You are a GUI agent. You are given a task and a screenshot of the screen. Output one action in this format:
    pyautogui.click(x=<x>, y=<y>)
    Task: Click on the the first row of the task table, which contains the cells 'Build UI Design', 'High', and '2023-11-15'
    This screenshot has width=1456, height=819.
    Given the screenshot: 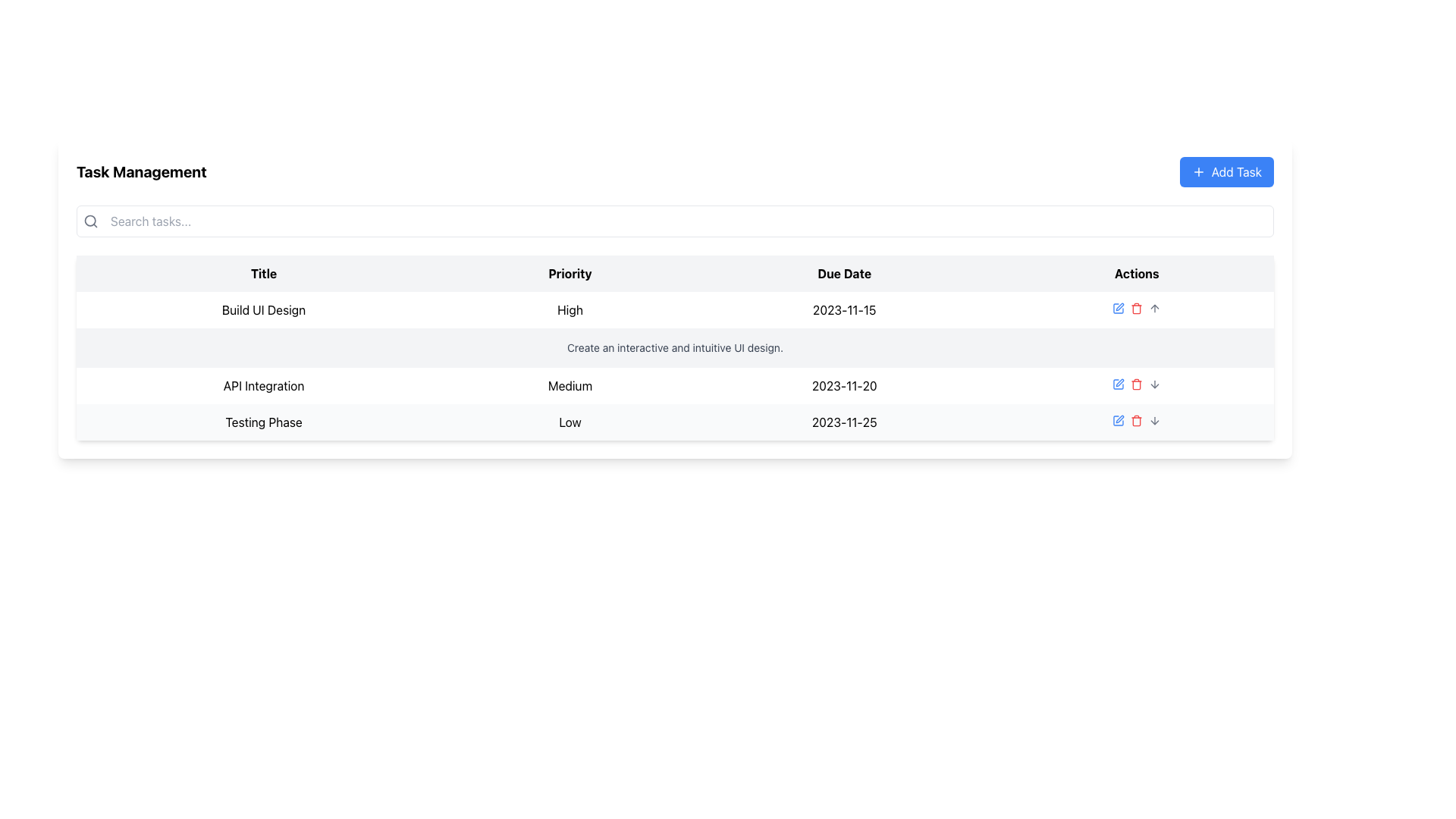 What is the action you would take?
    pyautogui.click(x=674, y=309)
    